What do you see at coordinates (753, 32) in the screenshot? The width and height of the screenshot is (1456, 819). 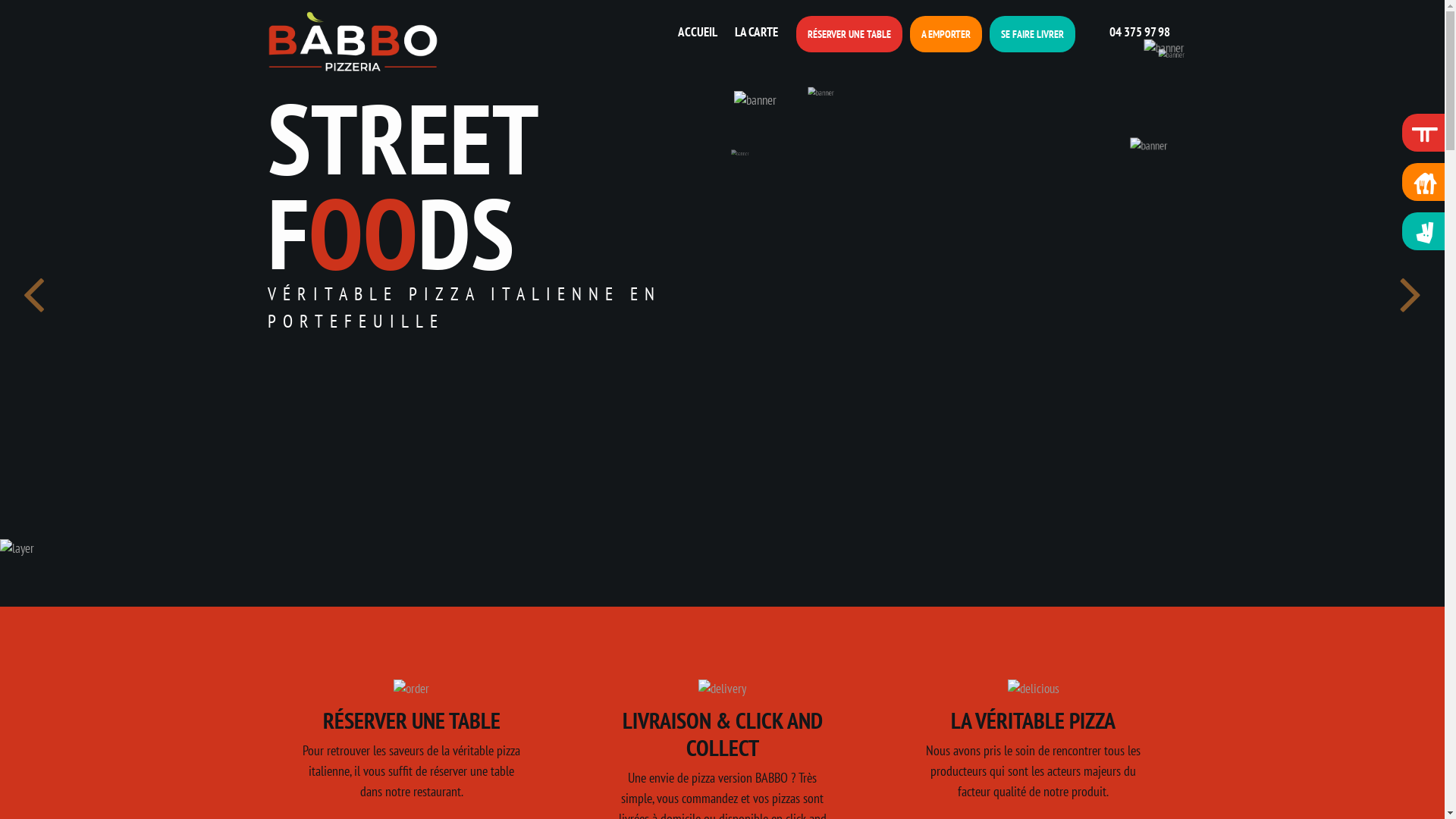 I see `'LA CARTE'` at bounding box center [753, 32].